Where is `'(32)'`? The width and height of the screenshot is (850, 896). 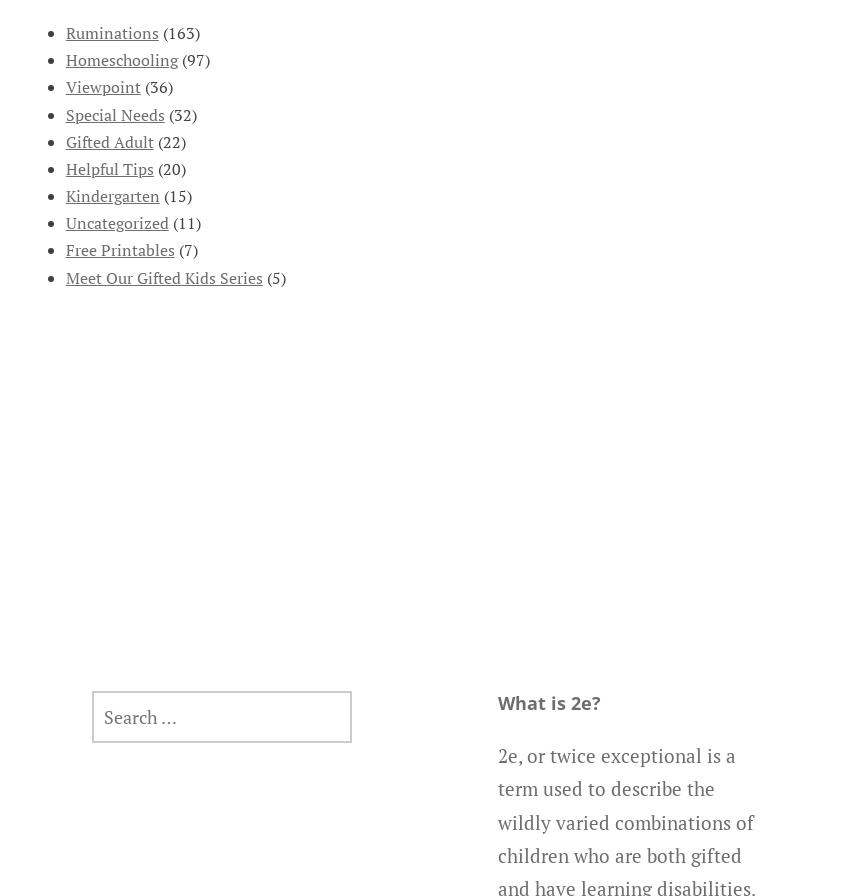 '(32)' is located at coordinates (179, 113).